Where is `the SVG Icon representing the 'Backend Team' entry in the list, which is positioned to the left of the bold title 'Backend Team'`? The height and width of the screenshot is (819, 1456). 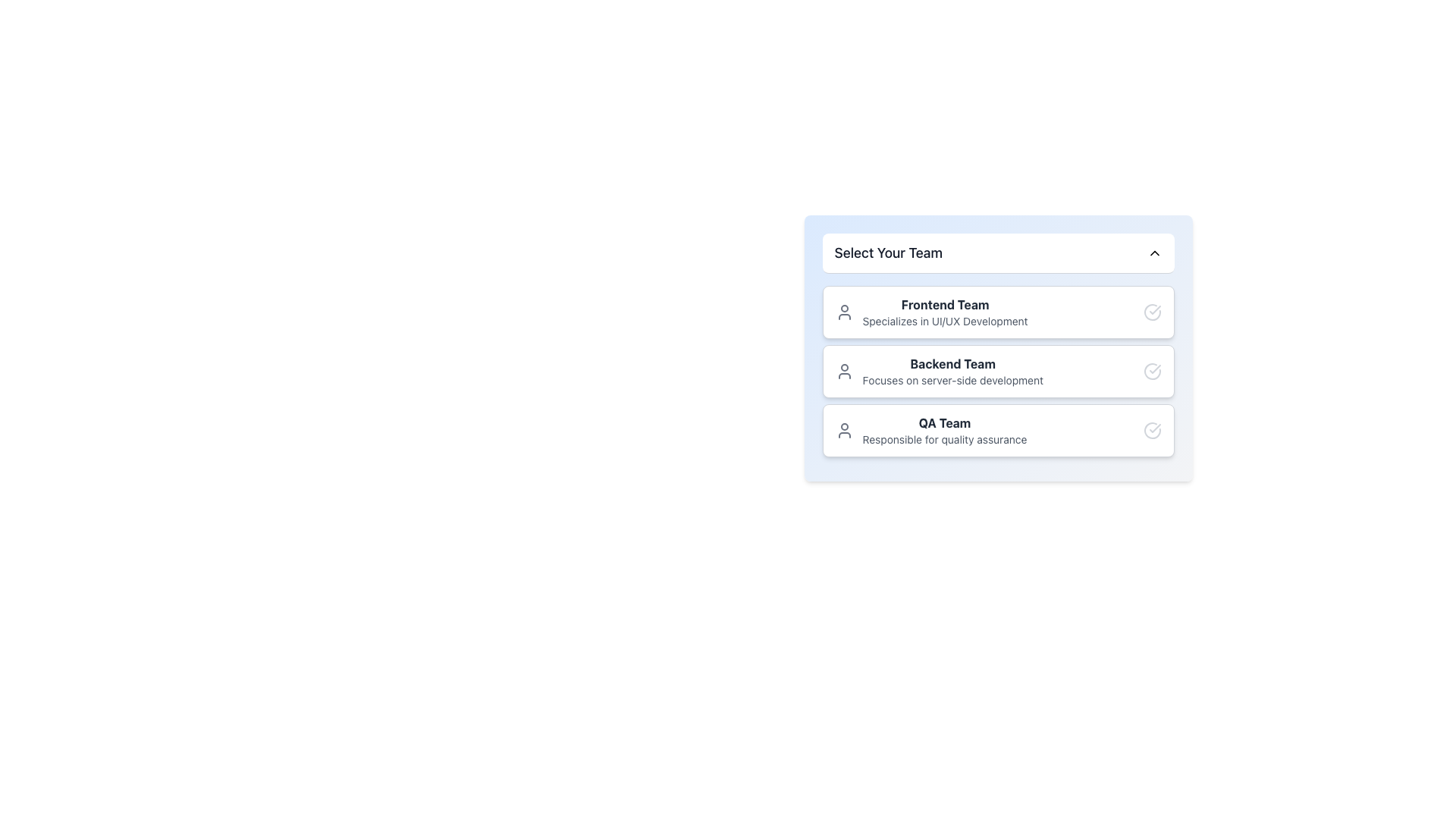 the SVG Icon representing the 'Backend Team' entry in the list, which is positioned to the left of the bold title 'Backend Team' is located at coordinates (843, 371).